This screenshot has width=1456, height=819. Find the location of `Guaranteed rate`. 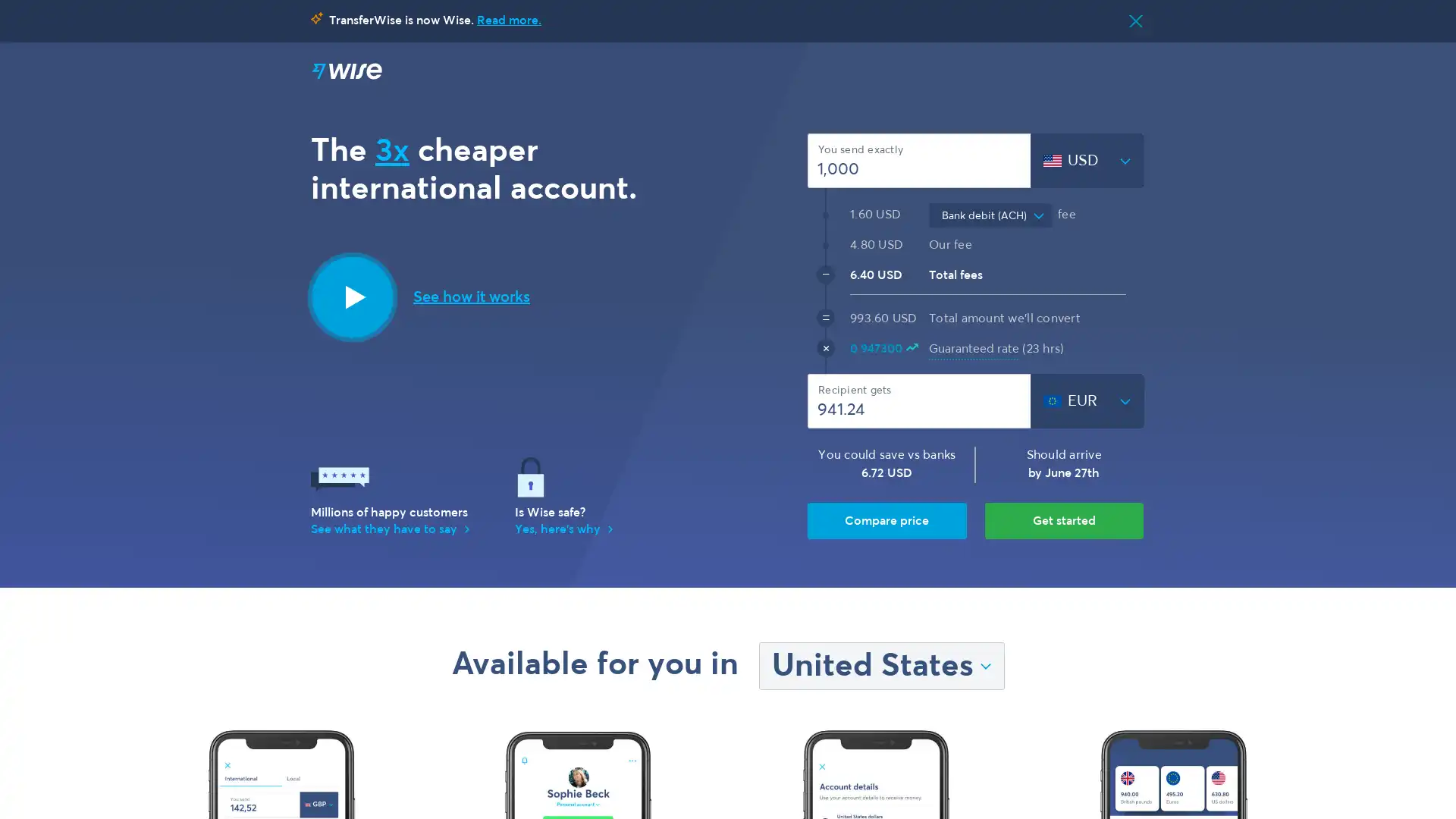

Guaranteed rate is located at coordinates (974, 349).